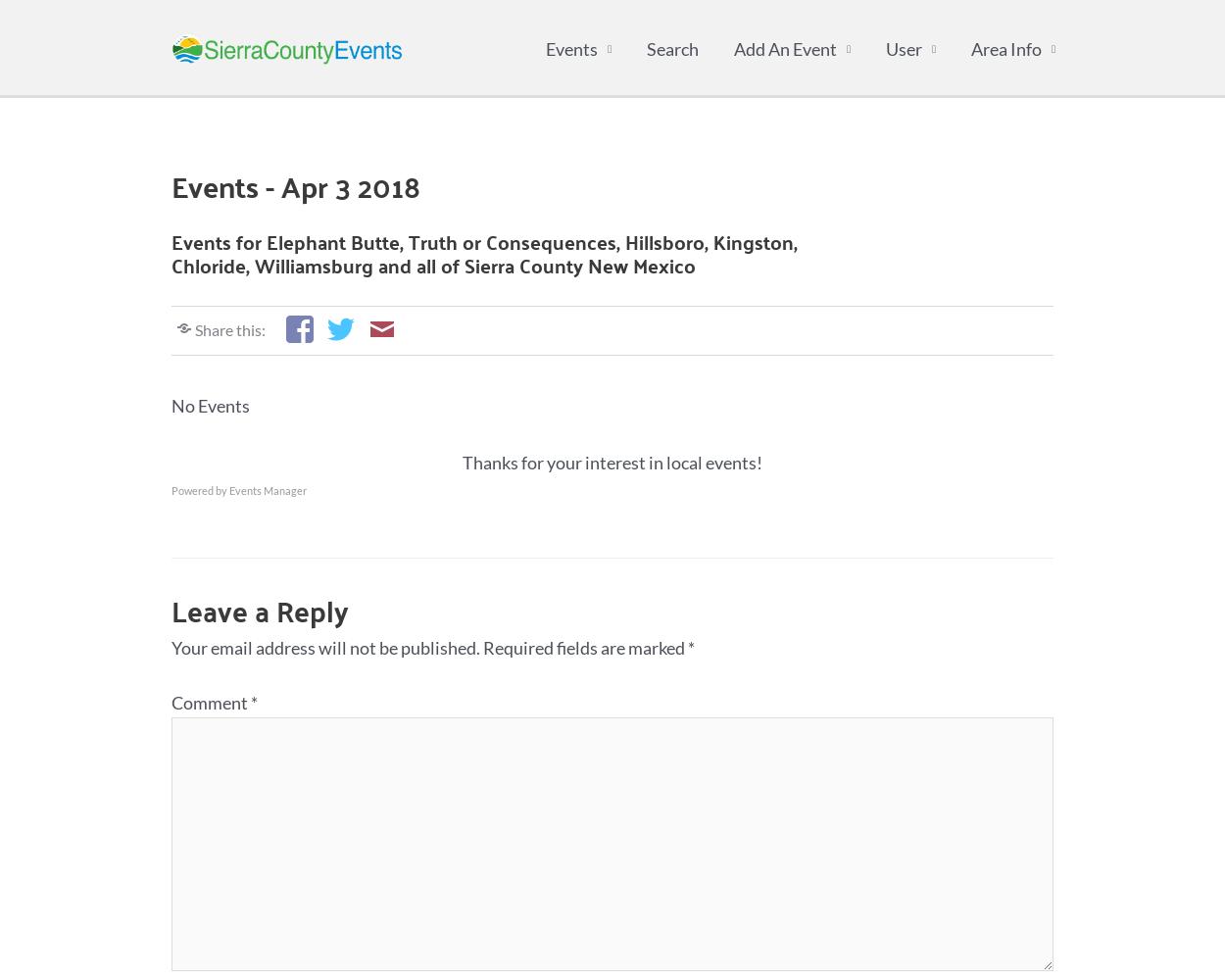 The height and width of the screenshot is (980, 1225). I want to click on 'No Events', so click(209, 406).